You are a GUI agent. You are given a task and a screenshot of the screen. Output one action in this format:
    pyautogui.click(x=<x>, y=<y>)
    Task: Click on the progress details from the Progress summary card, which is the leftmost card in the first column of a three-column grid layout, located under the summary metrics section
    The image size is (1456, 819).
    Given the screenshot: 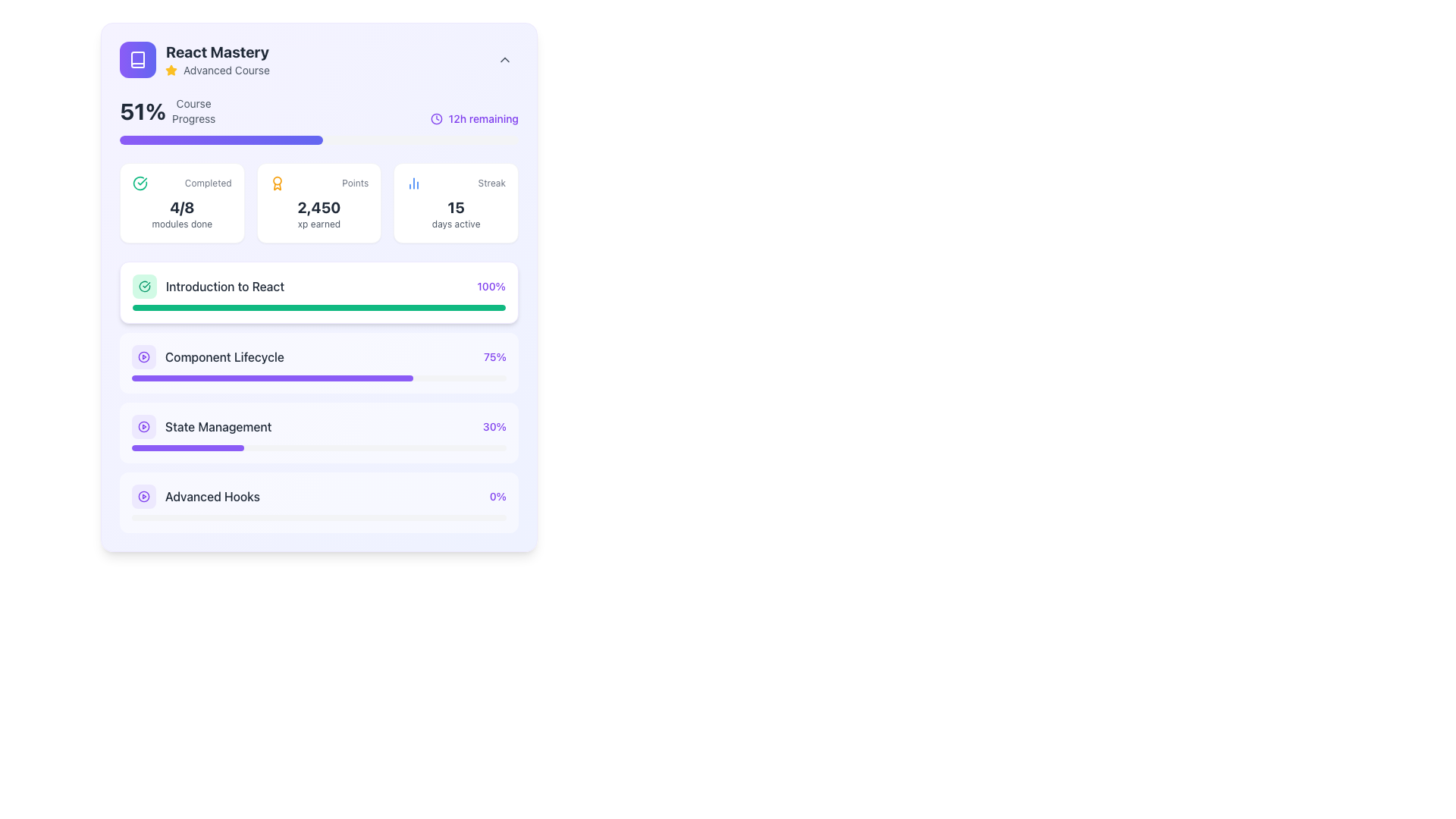 What is the action you would take?
    pyautogui.click(x=182, y=202)
    